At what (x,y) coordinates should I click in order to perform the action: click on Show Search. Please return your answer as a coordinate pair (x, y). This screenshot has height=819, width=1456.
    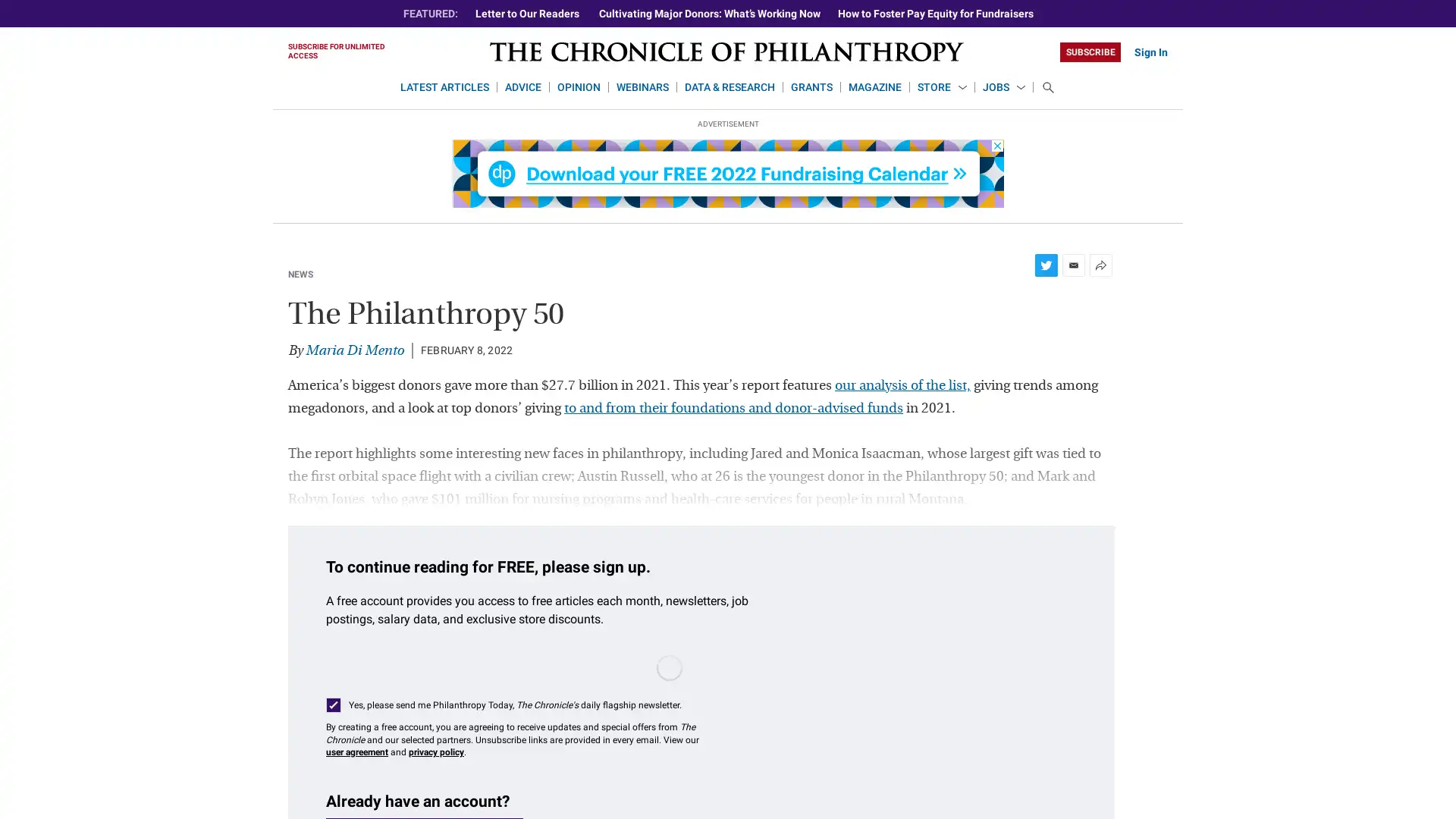
    Looking at the image, I should click on (1047, 87).